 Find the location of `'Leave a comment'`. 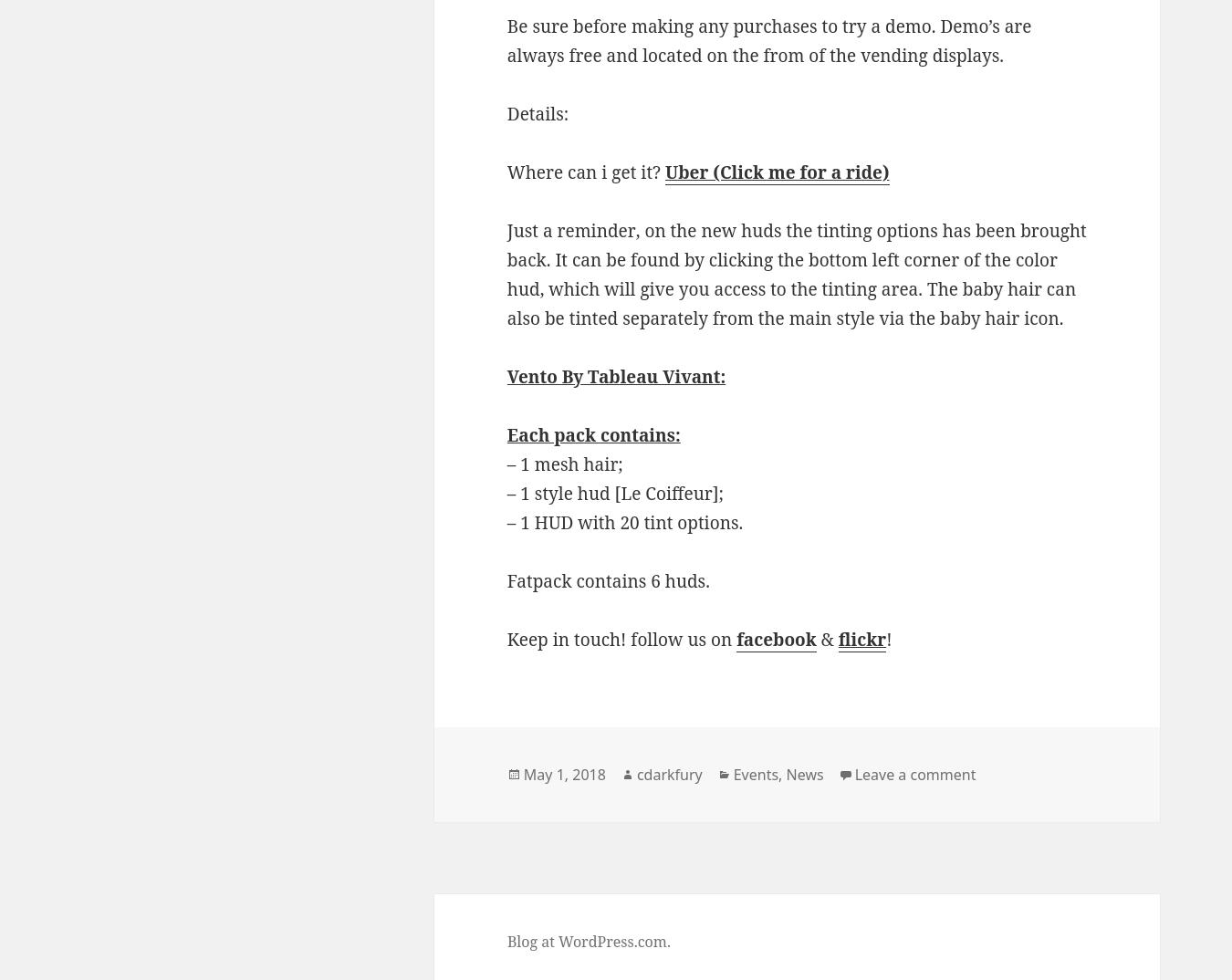

'Leave a comment' is located at coordinates (852, 774).